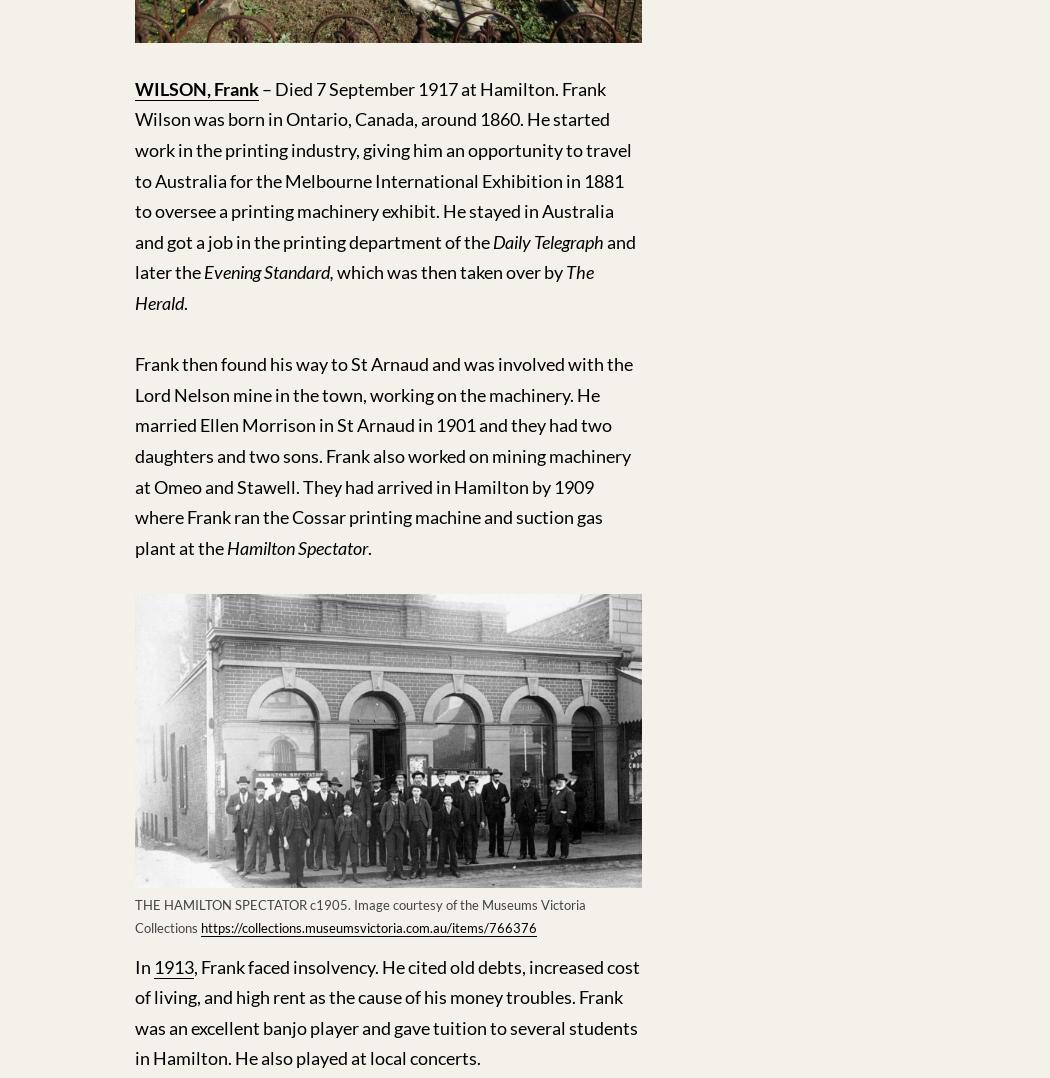 The image size is (1050, 1078). What do you see at coordinates (134, 455) in the screenshot?
I see `'Frank then found his way to St Arnaud and was involved with the Lord Nelson mine in the town, working on the machinery. He married Ellen Morrison in St Arnaud in 1901 and they had two daughters and two sons. Frank also worked on mining machinery at Omeo and Stawell. They had arrived in Hamilton by 1909 where Frank ran the Cossar printing machine and suction gas plant at the'` at bounding box center [134, 455].